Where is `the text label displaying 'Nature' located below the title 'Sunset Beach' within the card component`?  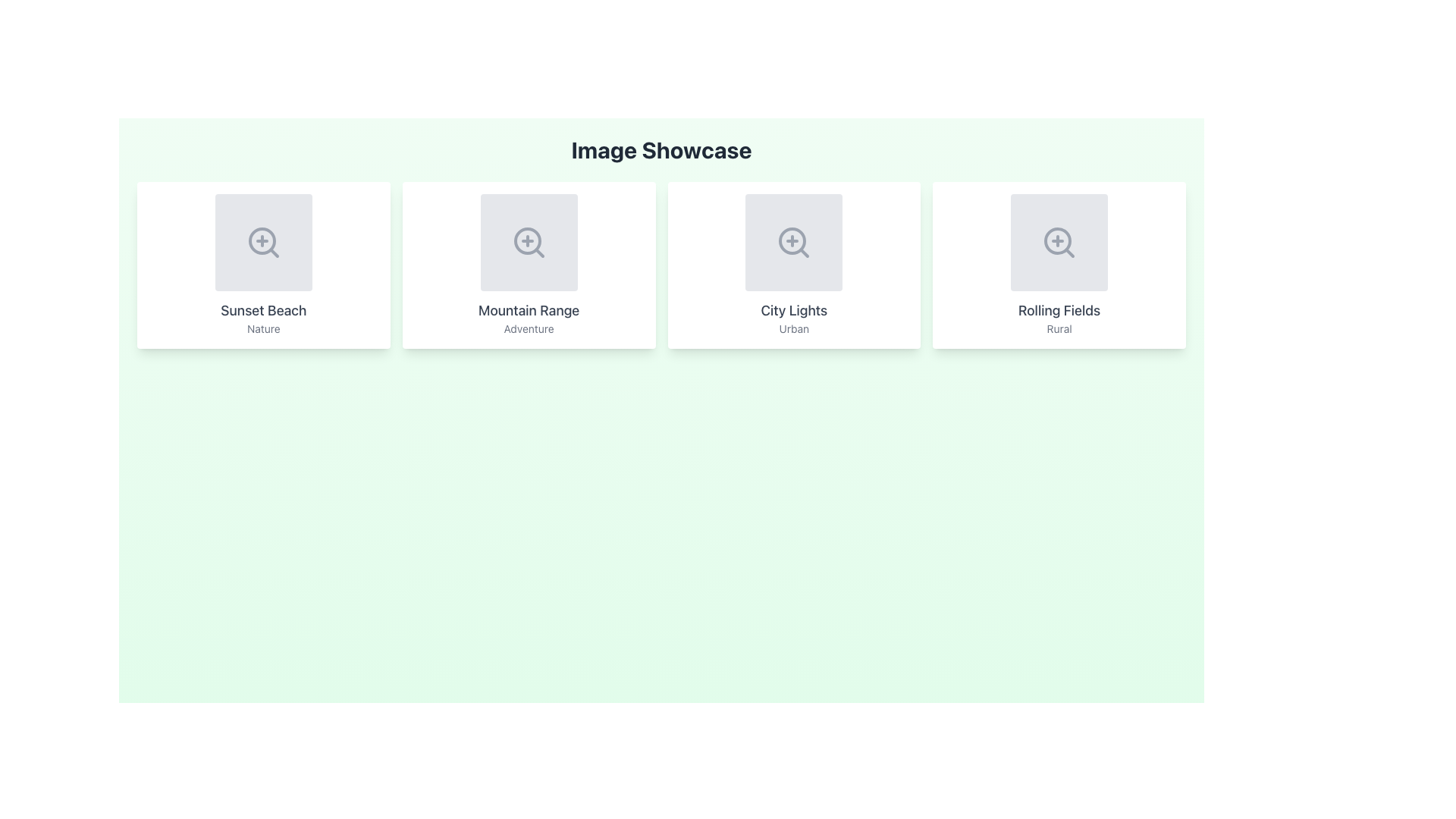
the text label displaying 'Nature' located below the title 'Sunset Beach' within the card component is located at coordinates (263, 328).